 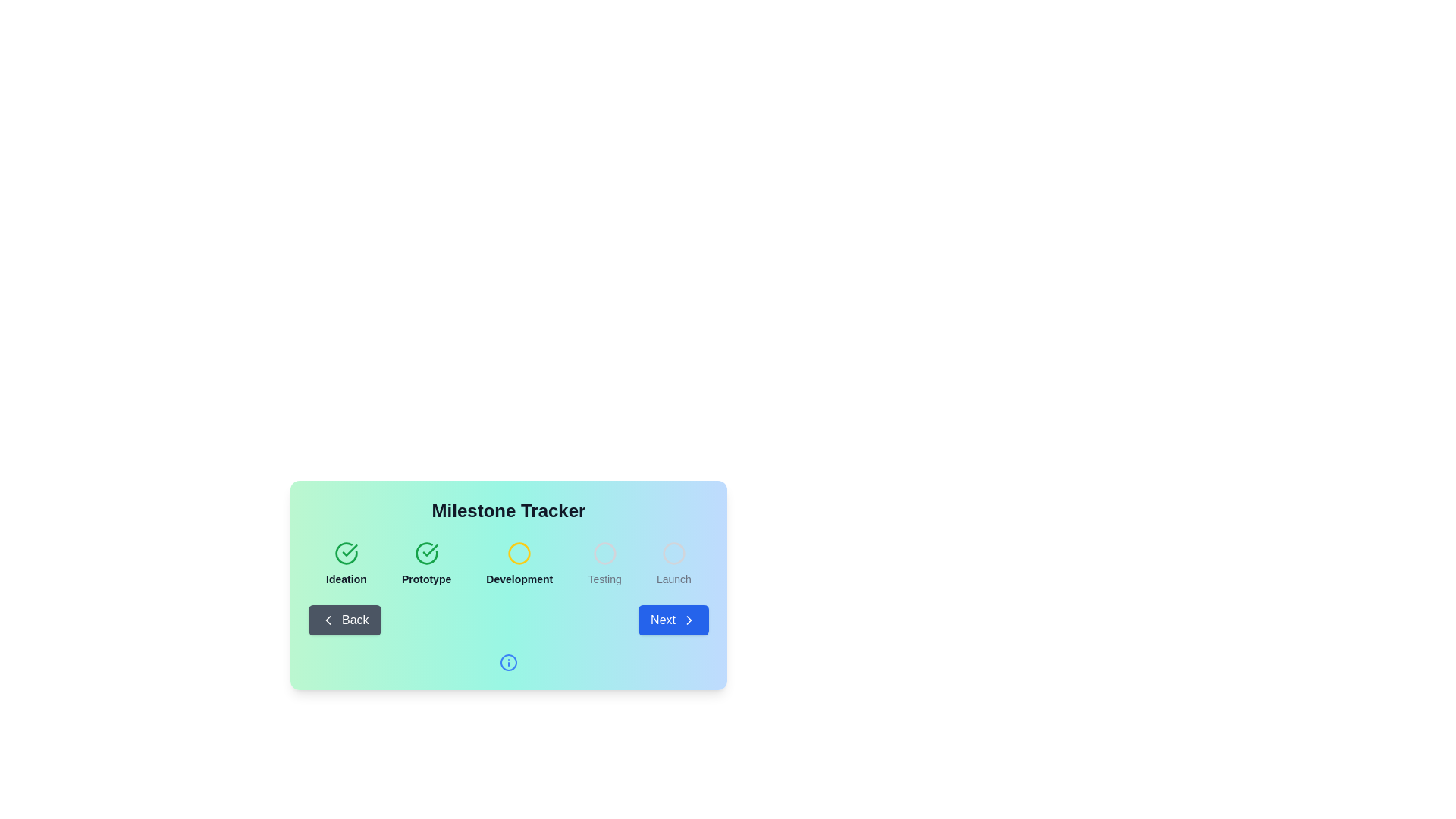 What do you see at coordinates (509, 662) in the screenshot?
I see `the blue-outlined circular area of the vector graphic icon located centrally in the lower section of the milestone tracker interface` at bounding box center [509, 662].